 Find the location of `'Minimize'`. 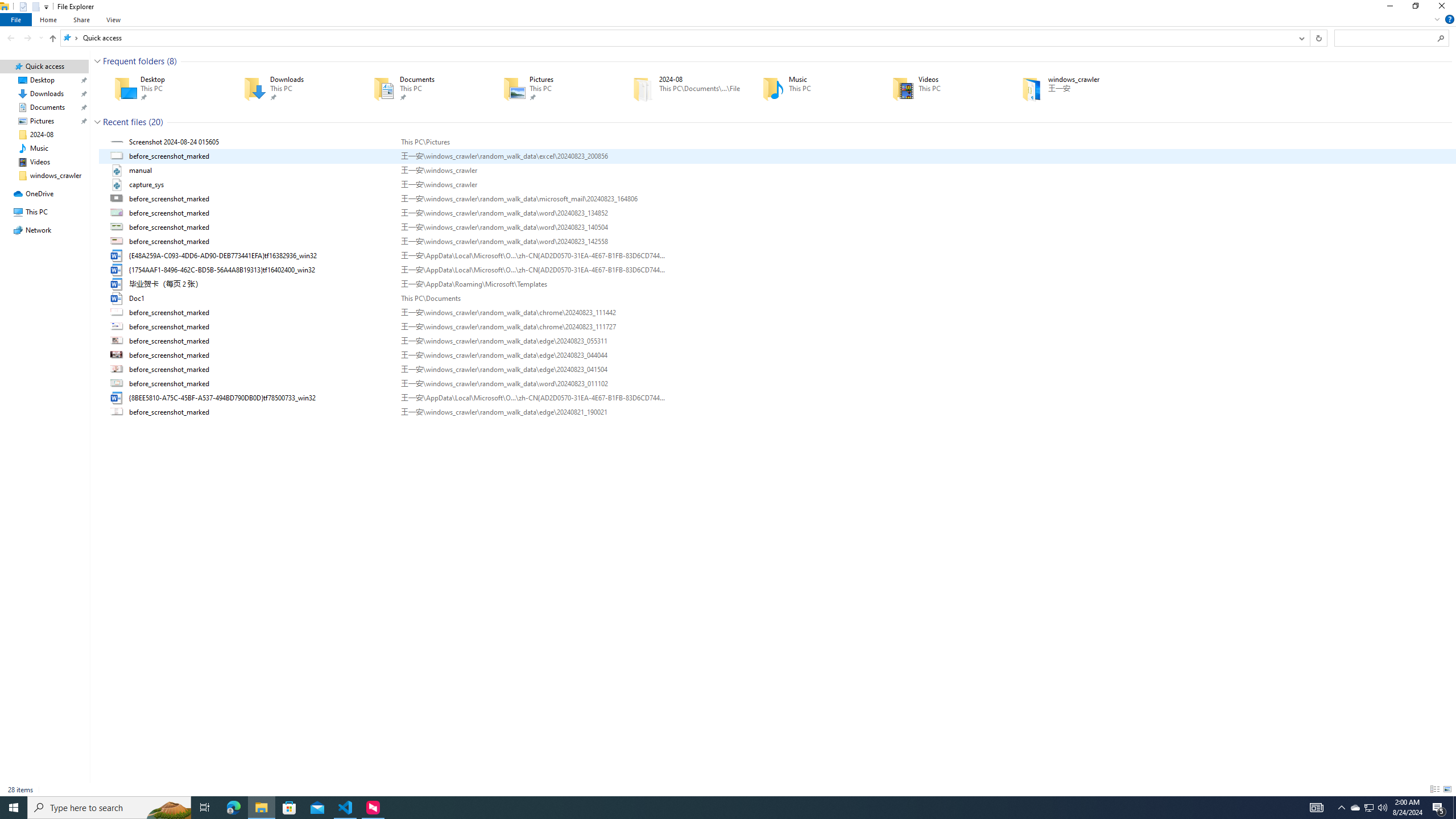

'Minimize' is located at coordinates (1388, 9).